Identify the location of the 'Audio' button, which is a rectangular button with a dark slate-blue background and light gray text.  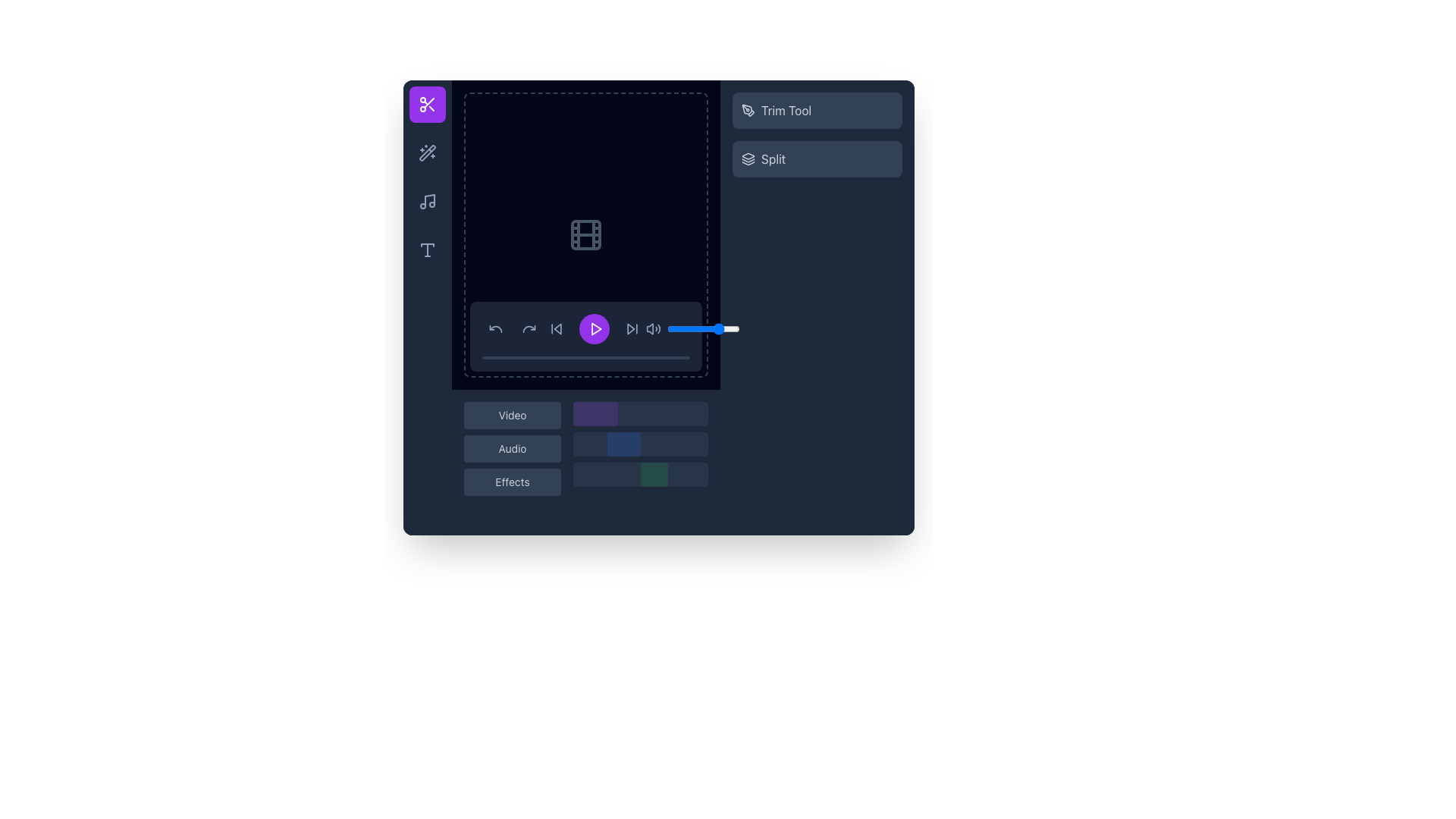
(513, 447).